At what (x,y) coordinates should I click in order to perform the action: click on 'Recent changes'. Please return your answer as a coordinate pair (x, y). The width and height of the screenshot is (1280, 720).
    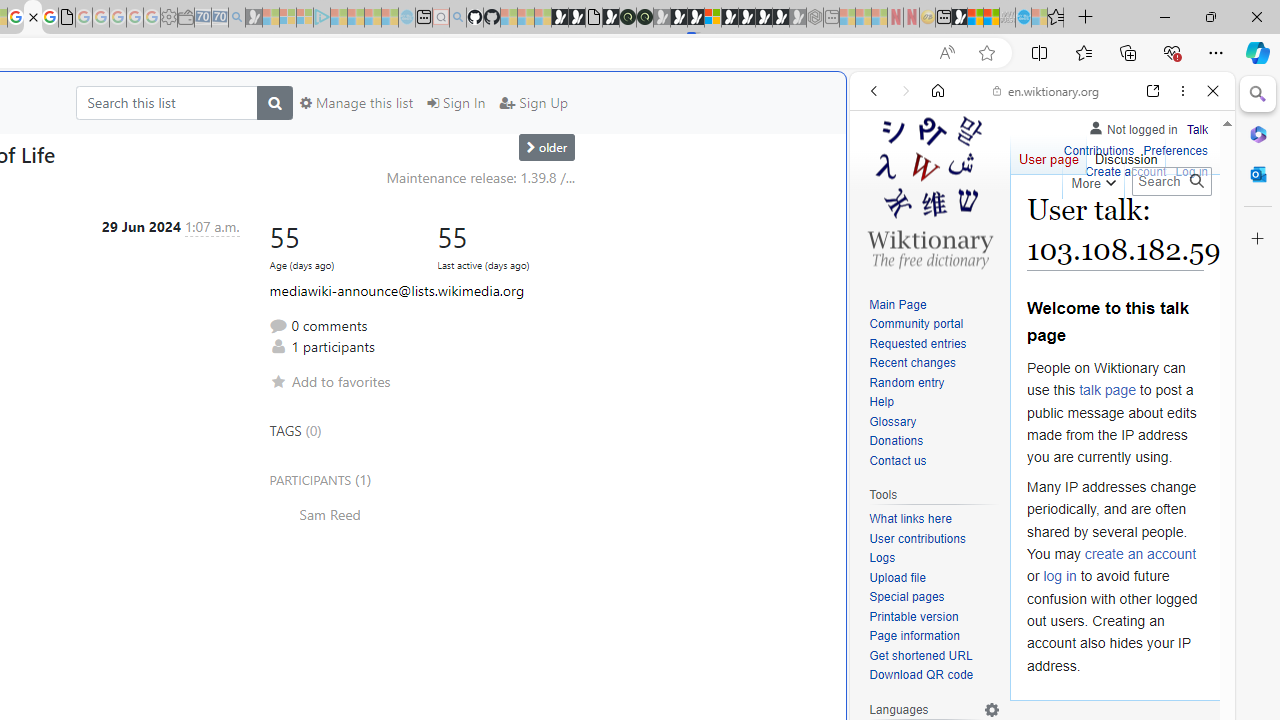
    Looking at the image, I should click on (911, 363).